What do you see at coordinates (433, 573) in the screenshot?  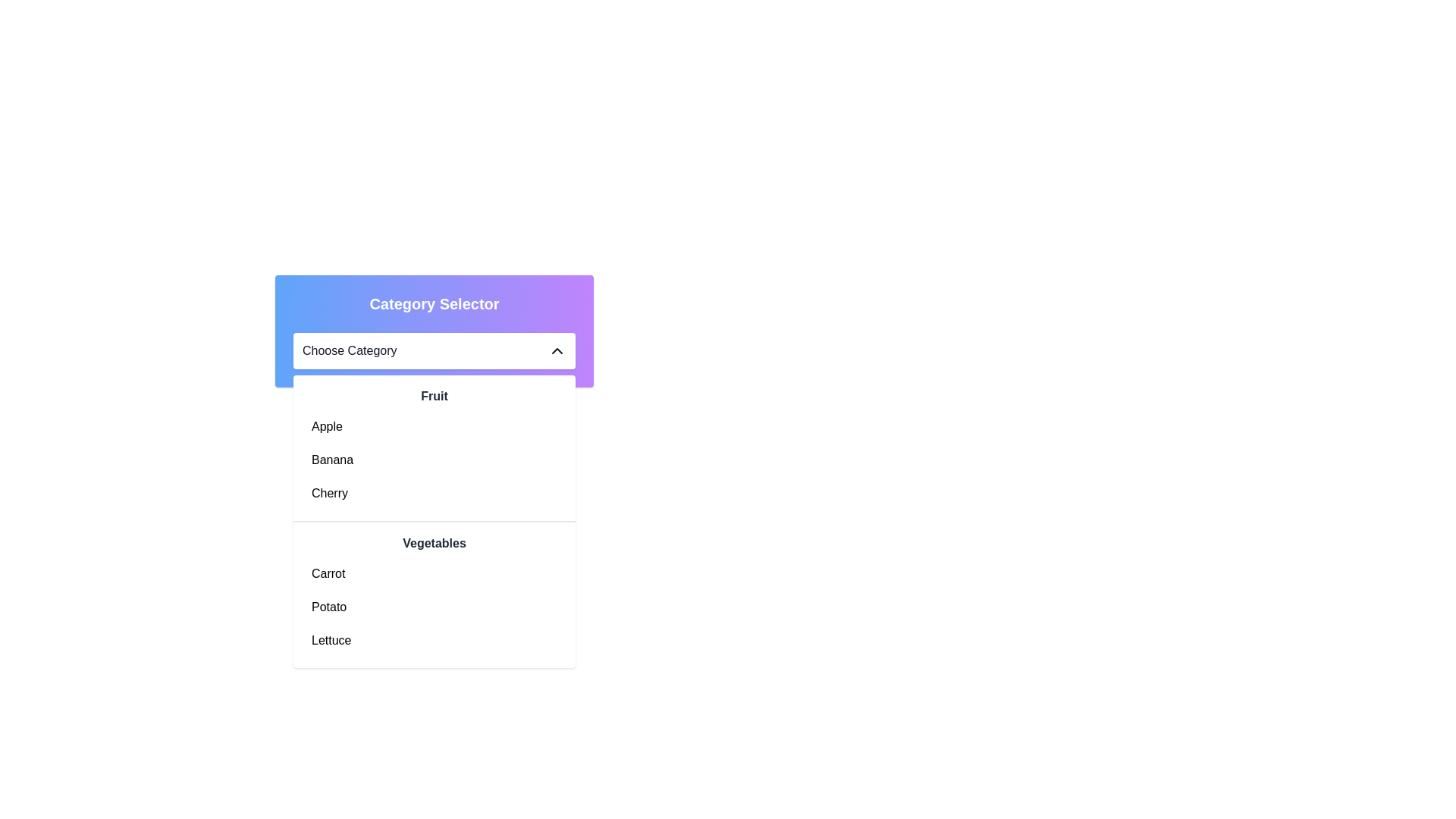 I see `the 'Carrot' selectable item in the 'Vegetables' submenu of the dropdown menu` at bounding box center [433, 573].